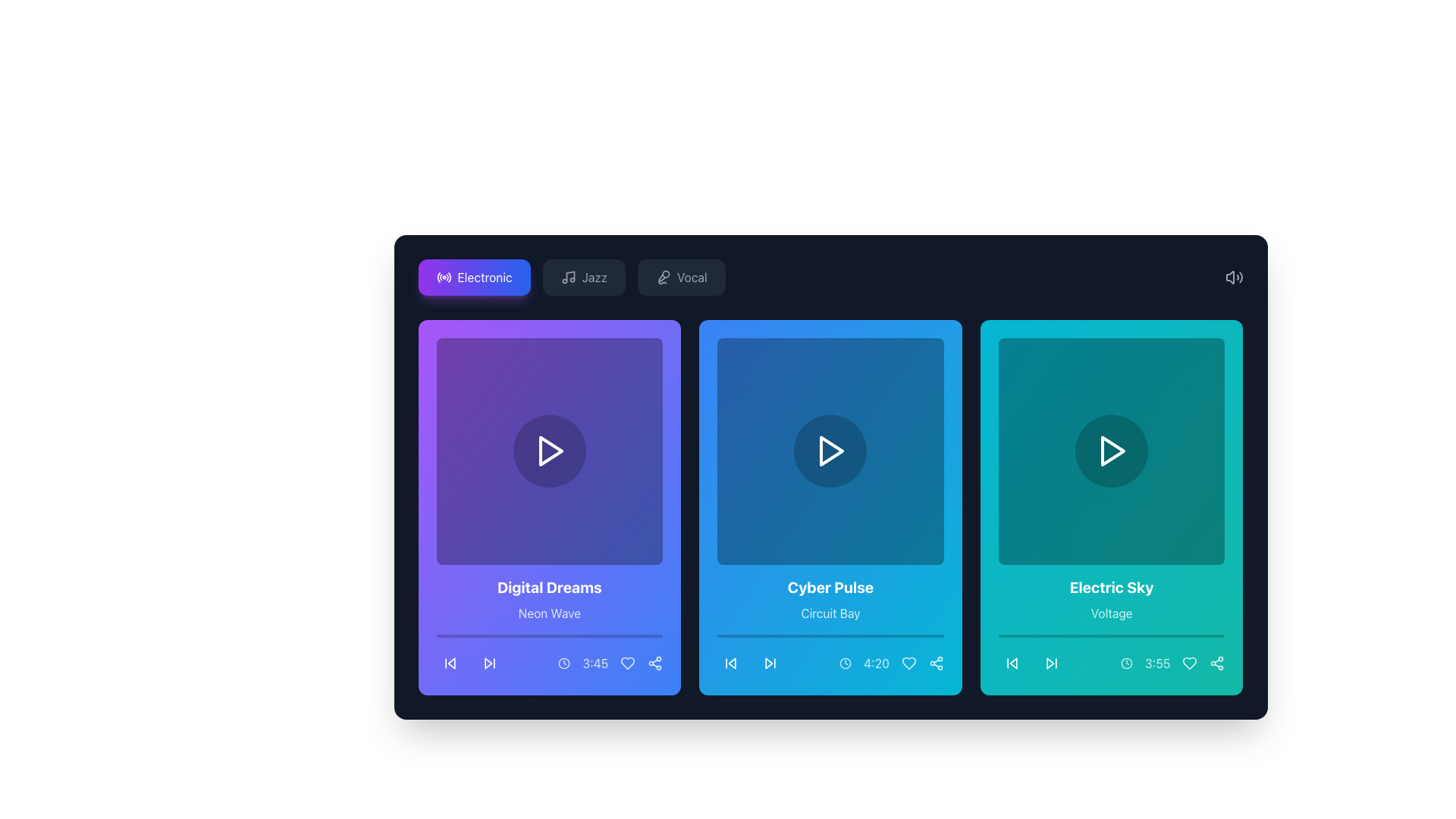 The height and width of the screenshot is (819, 1456). What do you see at coordinates (845, 662) in the screenshot?
I see `the graphical circle component of the SVG clock icon located in the 'Cyber Pulse' card near the bottom-right corner next to the time display` at bounding box center [845, 662].